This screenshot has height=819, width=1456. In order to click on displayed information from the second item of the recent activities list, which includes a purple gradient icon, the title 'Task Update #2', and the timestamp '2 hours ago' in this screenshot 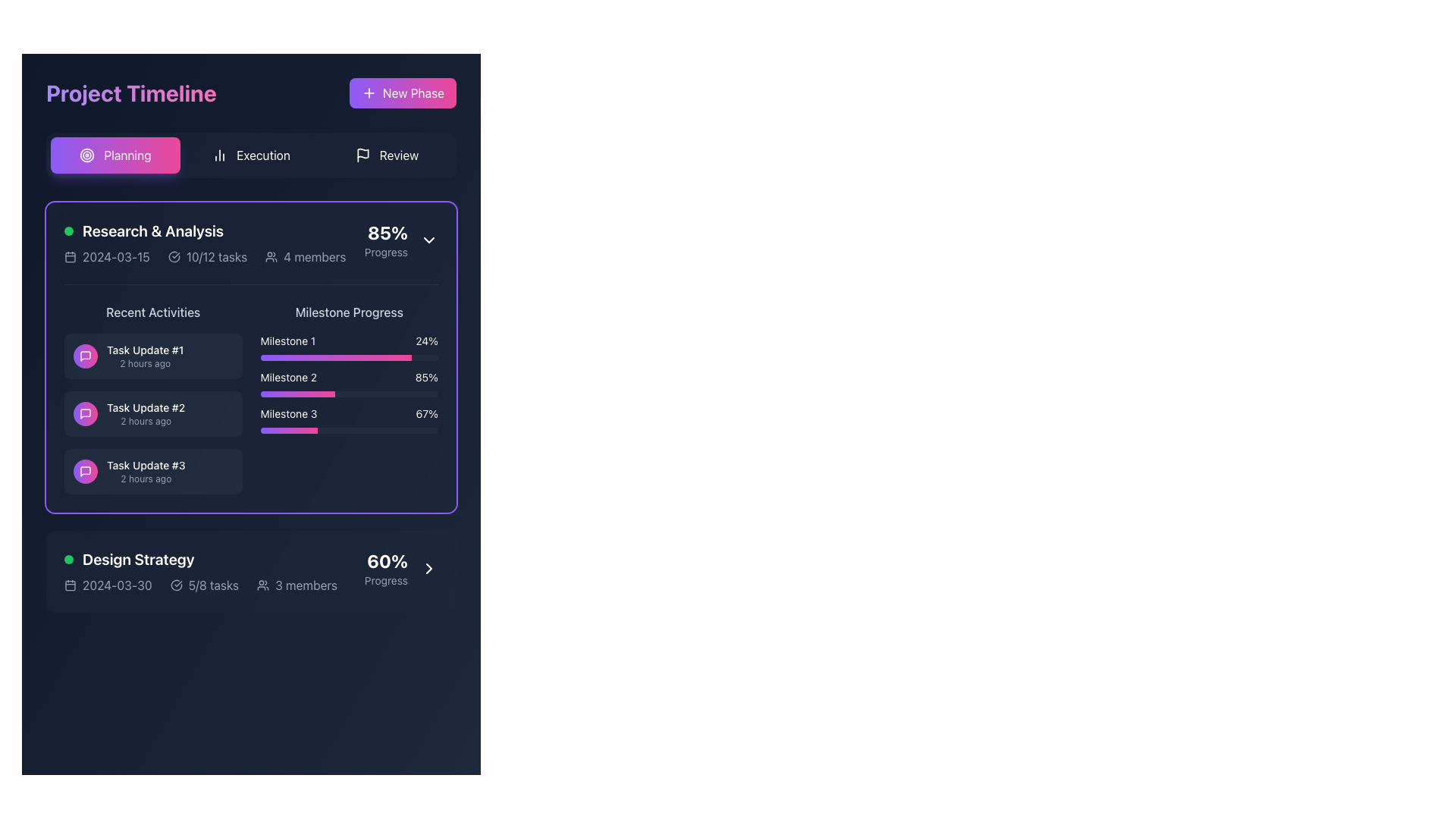, I will do `click(153, 397)`.